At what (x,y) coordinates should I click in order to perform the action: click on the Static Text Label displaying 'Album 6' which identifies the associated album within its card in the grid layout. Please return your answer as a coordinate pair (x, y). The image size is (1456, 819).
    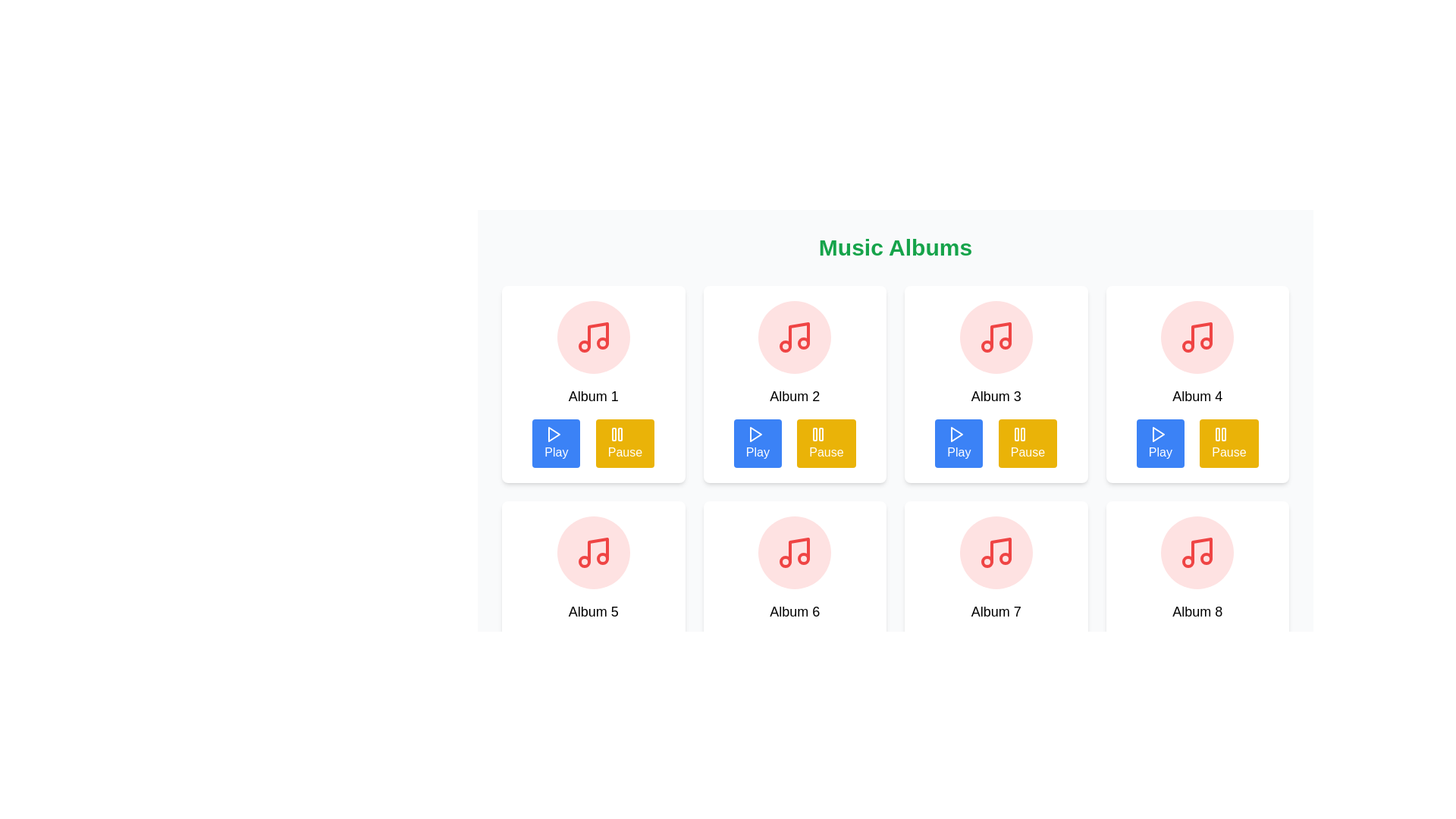
    Looking at the image, I should click on (794, 610).